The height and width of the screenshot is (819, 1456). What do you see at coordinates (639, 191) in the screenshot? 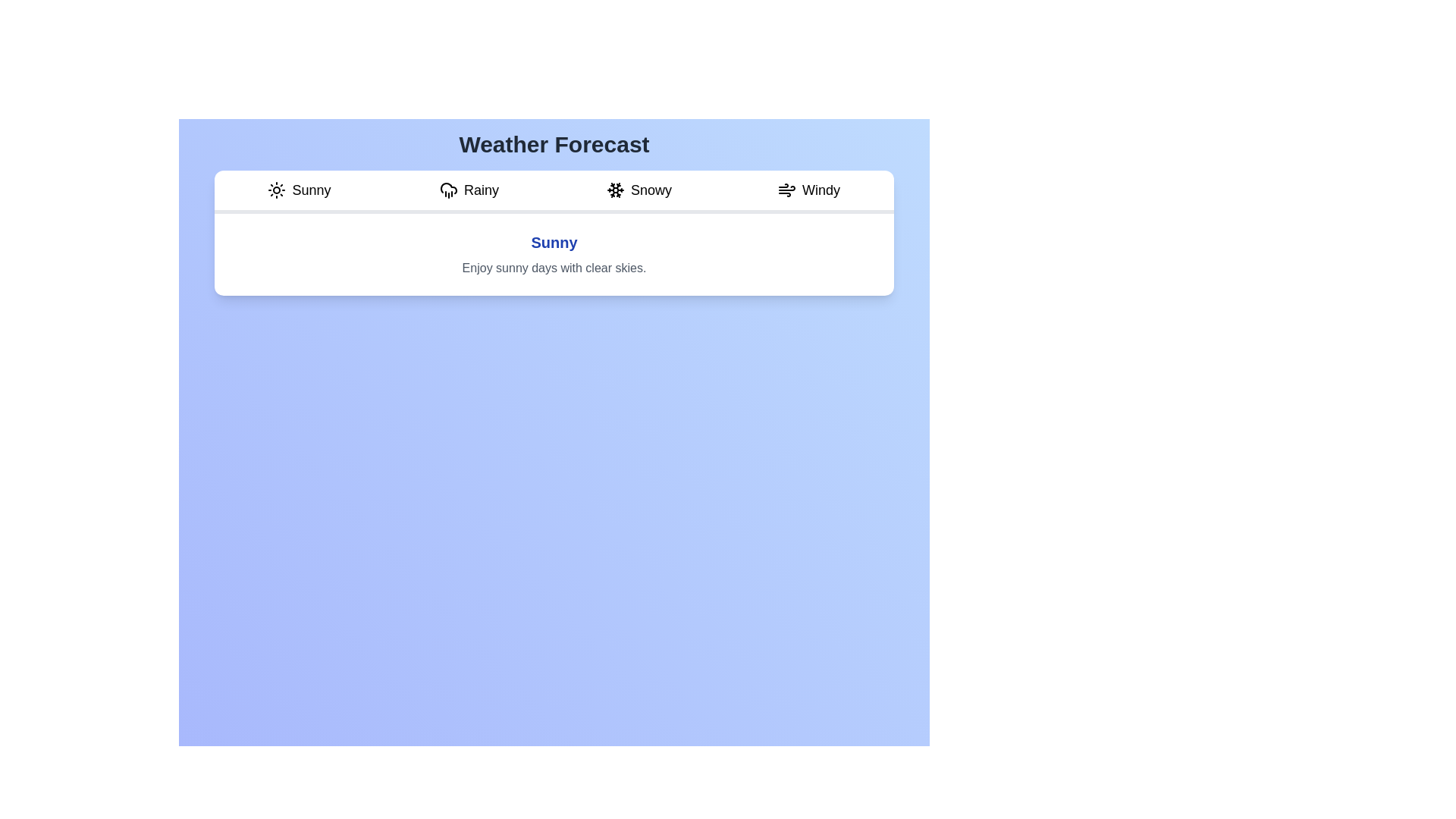
I see `the Snowy tab to view its weather condition` at bounding box center [639, 191].